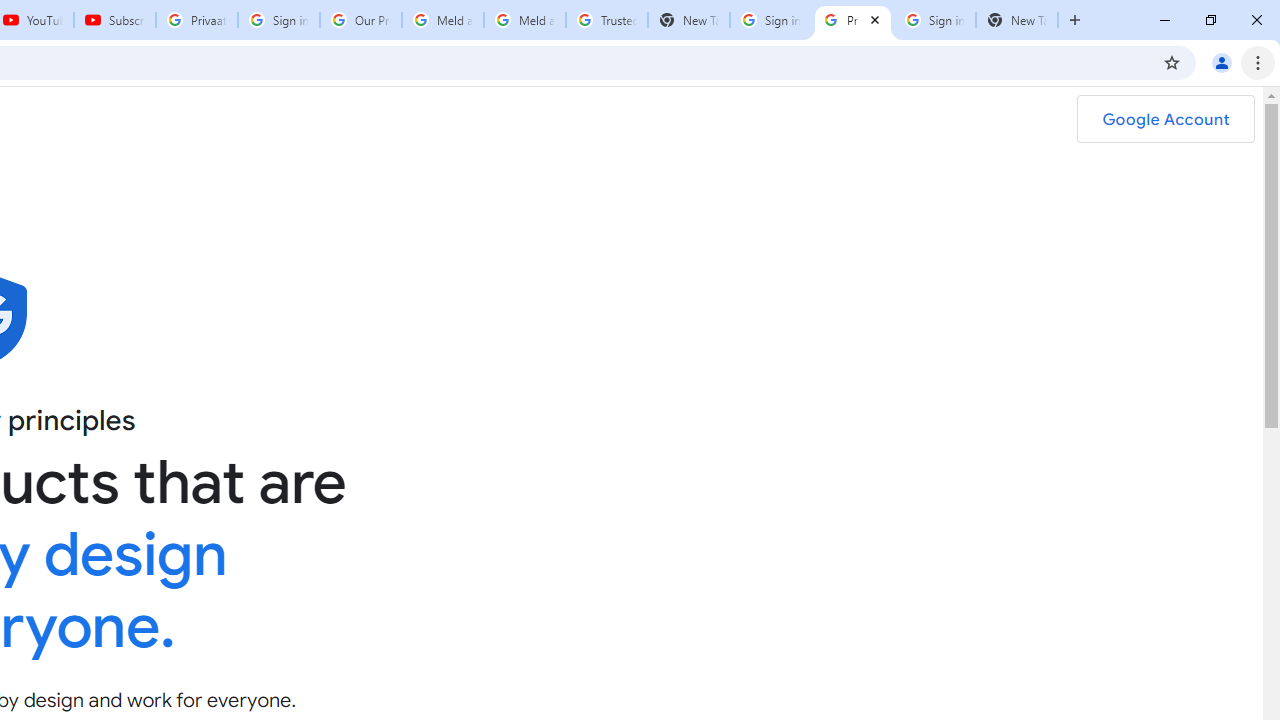 The width and height of the screenshot is (1280, 720). Describe the element at coordinates (852, 20) in the screenshot. I see `'Privacy Principles - Google Safety Center'` at that location.